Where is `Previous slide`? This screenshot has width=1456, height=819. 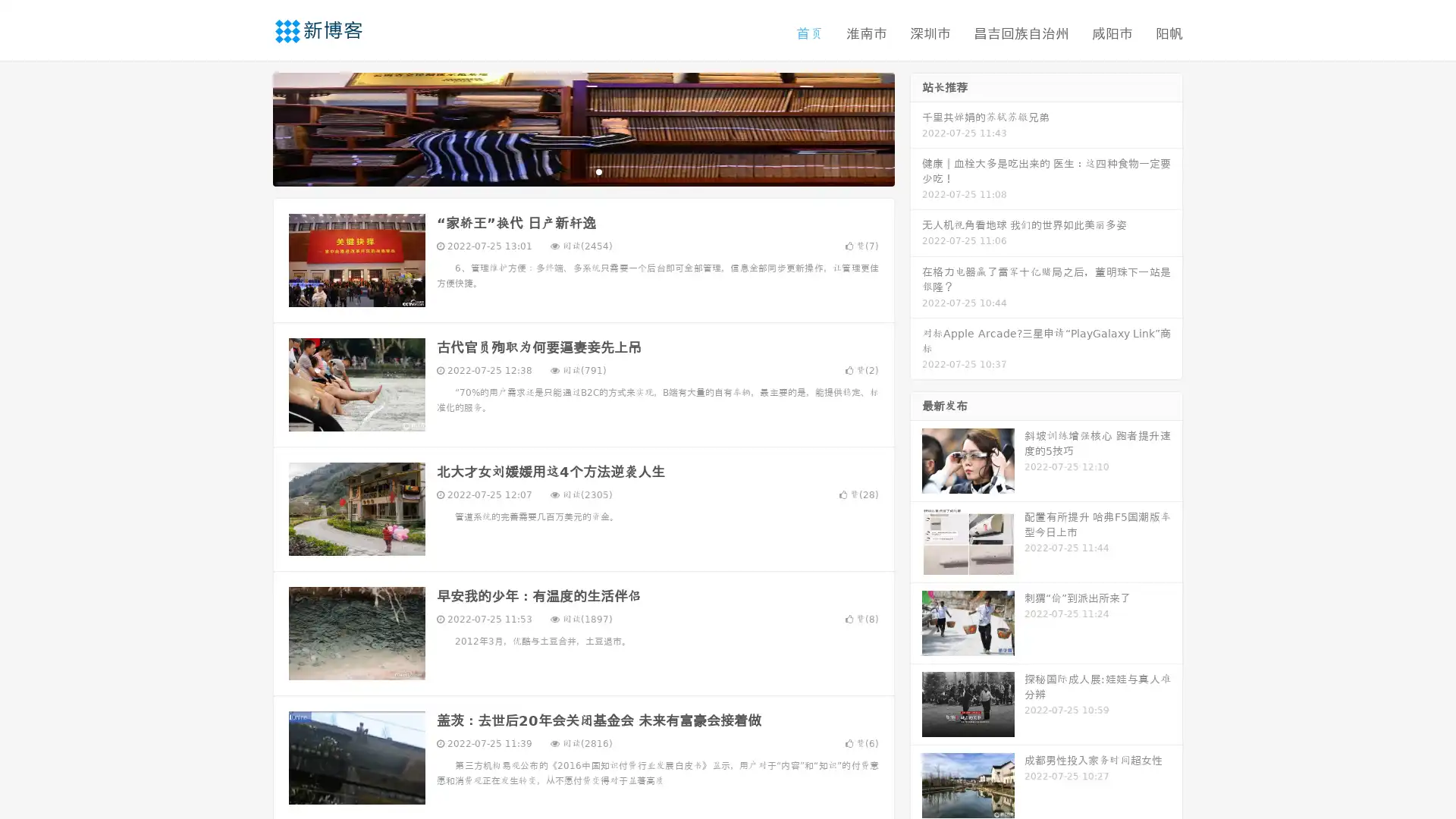 Previous slide is located at coordinates (250, 127).